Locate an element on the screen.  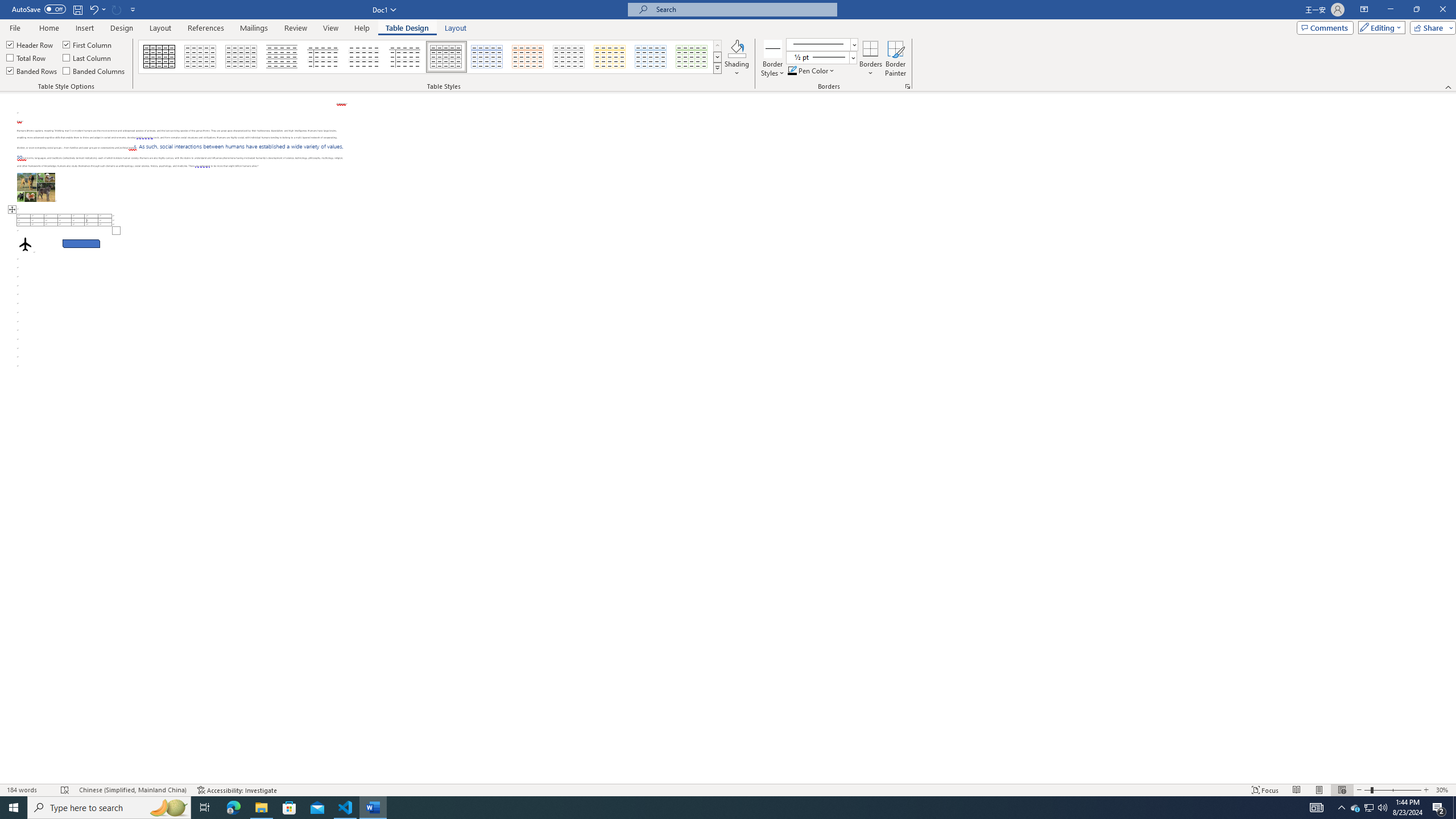
'Rectangle: Diagonal Corners Snipped 2' is located at coordinates (81, 243).